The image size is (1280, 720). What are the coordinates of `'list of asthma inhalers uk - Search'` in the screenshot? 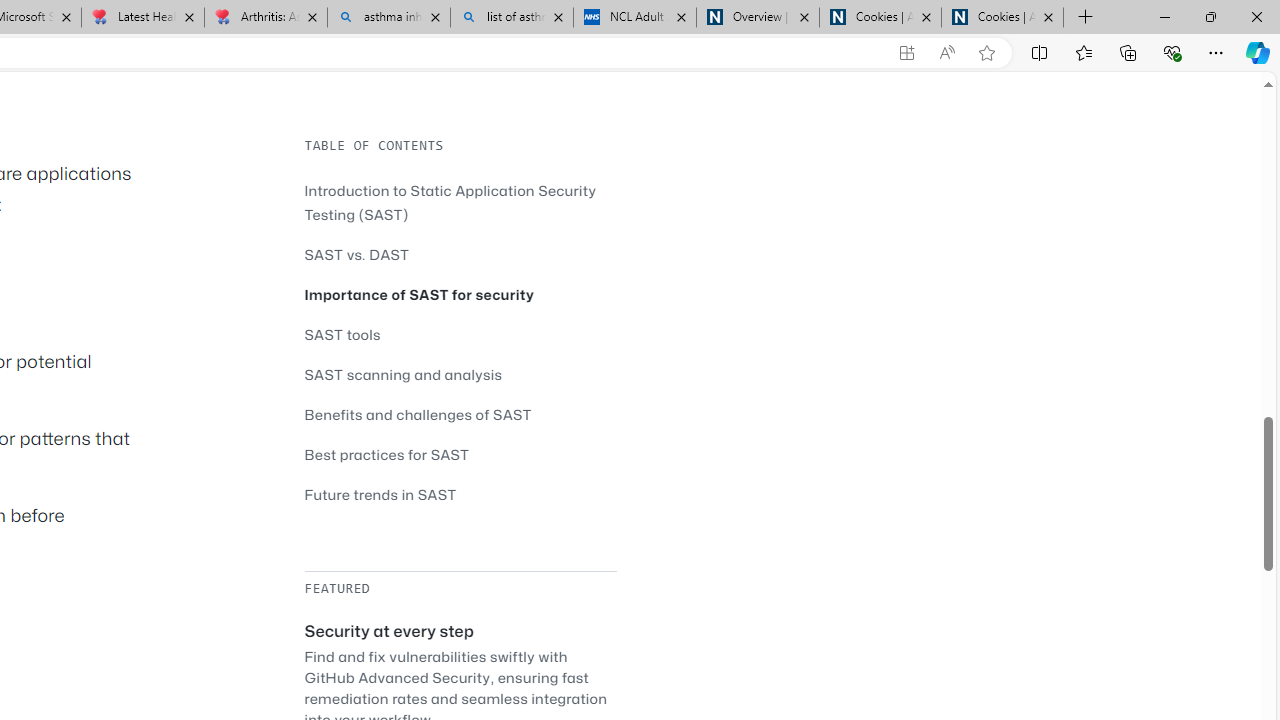 It's located at (512, 17).